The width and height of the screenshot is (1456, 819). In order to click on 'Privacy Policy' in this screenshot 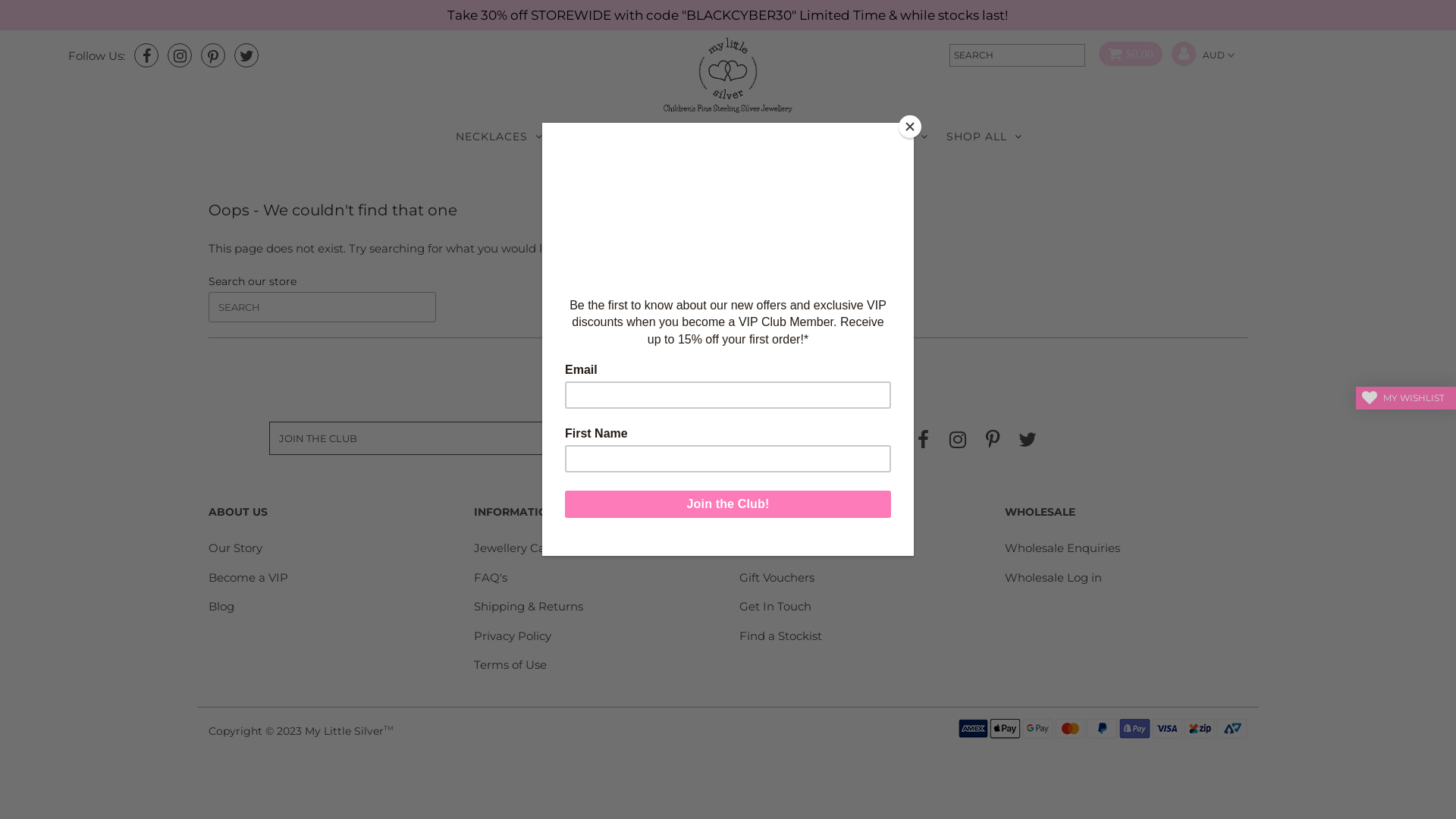, I will do `click(513, 635)`.